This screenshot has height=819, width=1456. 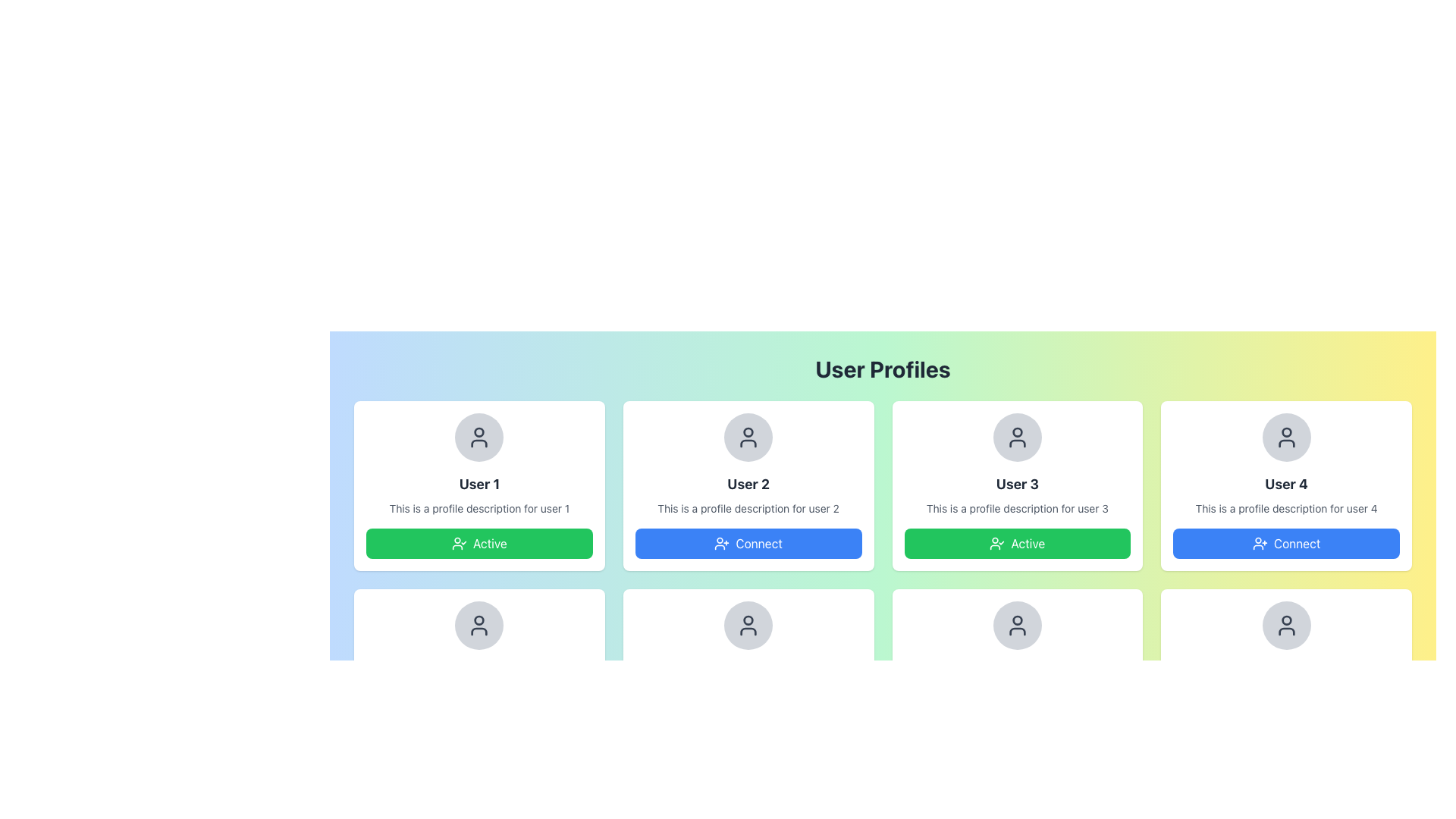 What do you see at coordinates (1017, 438) in the screenshot?
I see `the user icon representing the 'User 3' profile, which is centrally aligned within the circular holder at the top of the profile card` at bounding box center [1017, 438].